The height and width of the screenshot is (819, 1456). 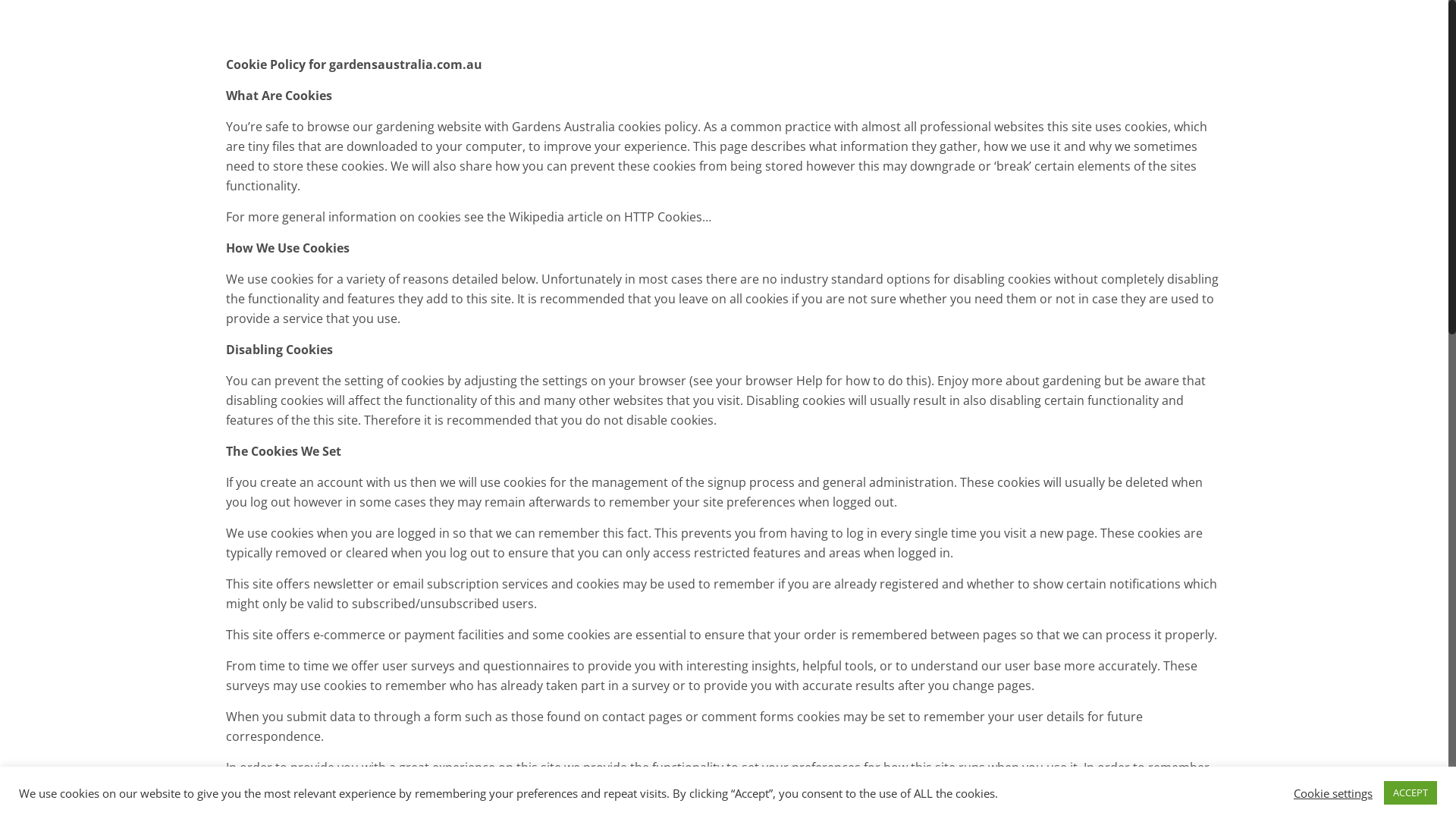 What do you see at coordinates (1410, 792) in the screenshot?
I see `'ACCEPT'` at bounding box center [1410, 792].